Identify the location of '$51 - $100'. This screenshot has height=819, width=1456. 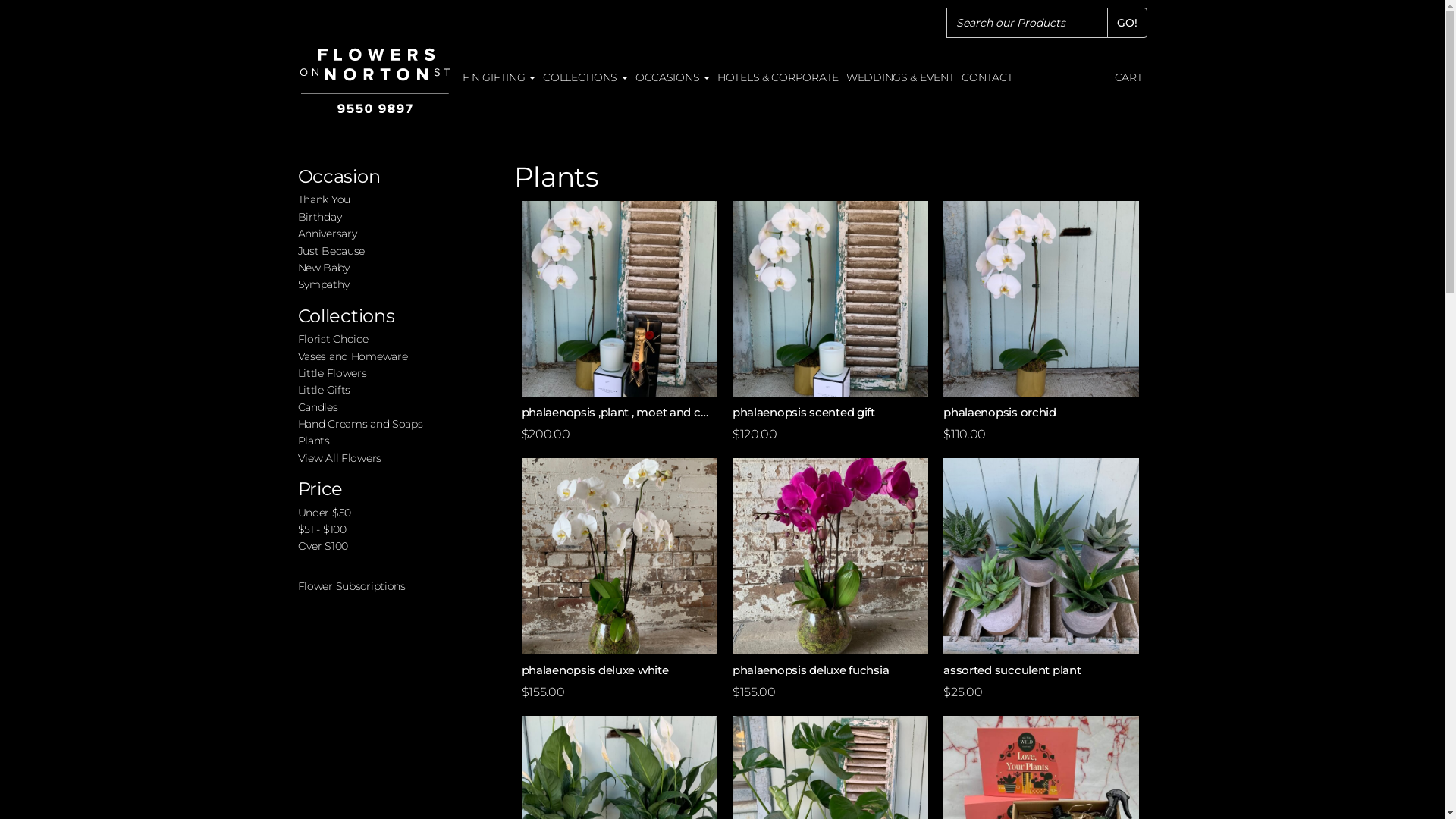
(320, 529).